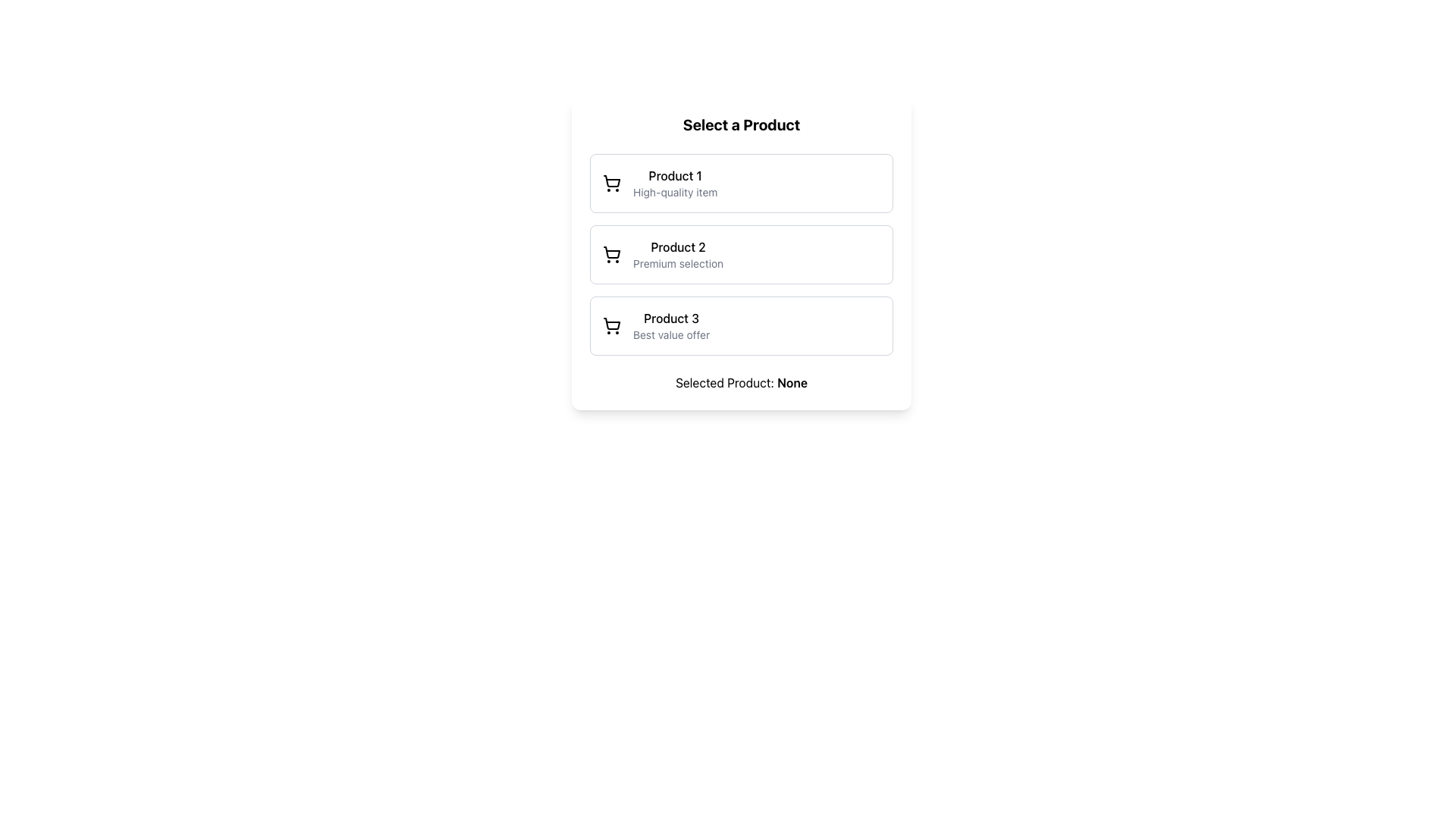 This screenshot has width=1456, height=819. I want to click on the descriptive label for the selectable product located in the first row under the header 'Select a Product', so click(674, 183).